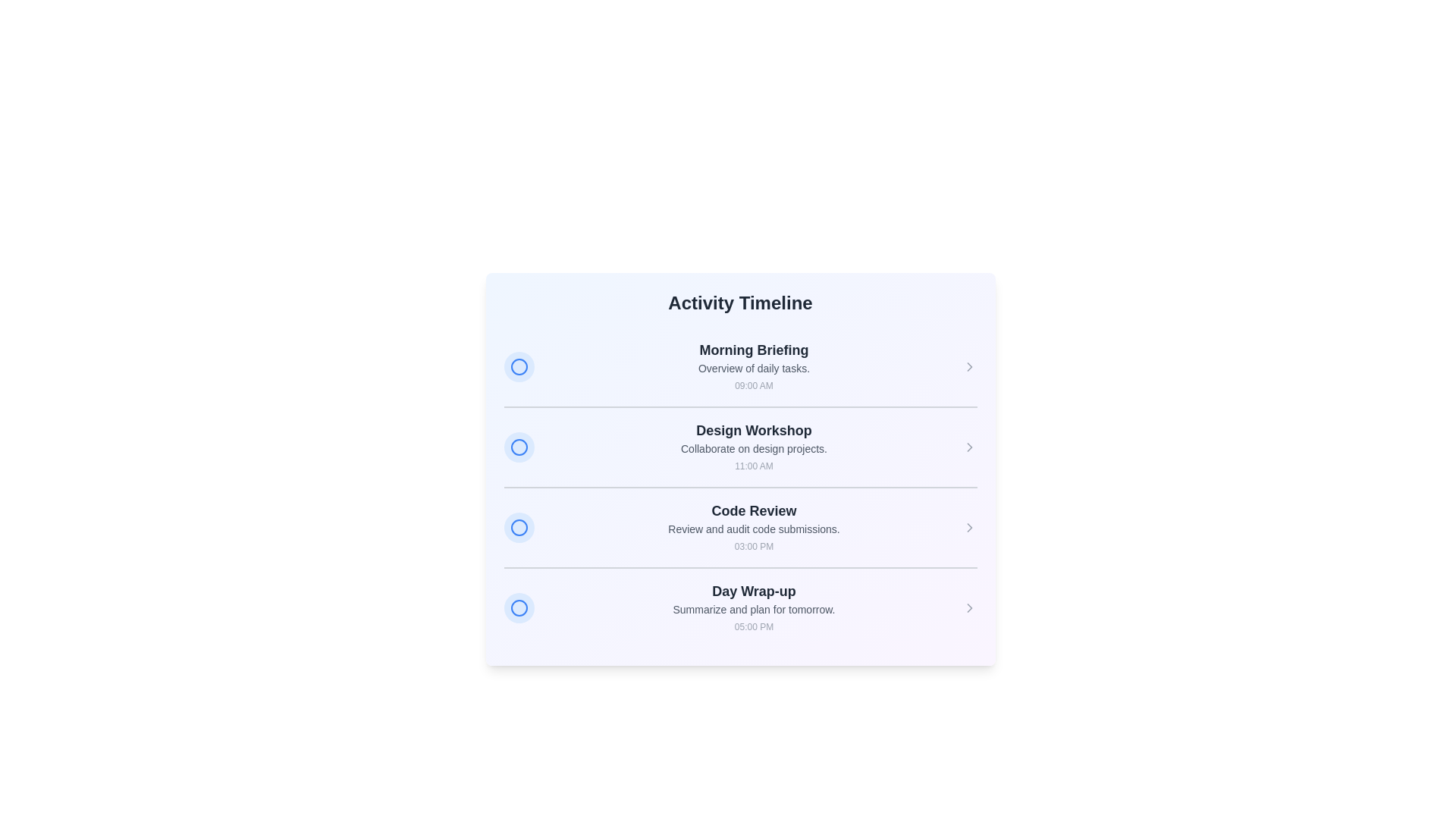  I want to click on the blue circular icon adjacent to the 'Morning Briefing' task entry to initiate an action or display details, so click(519, 366).